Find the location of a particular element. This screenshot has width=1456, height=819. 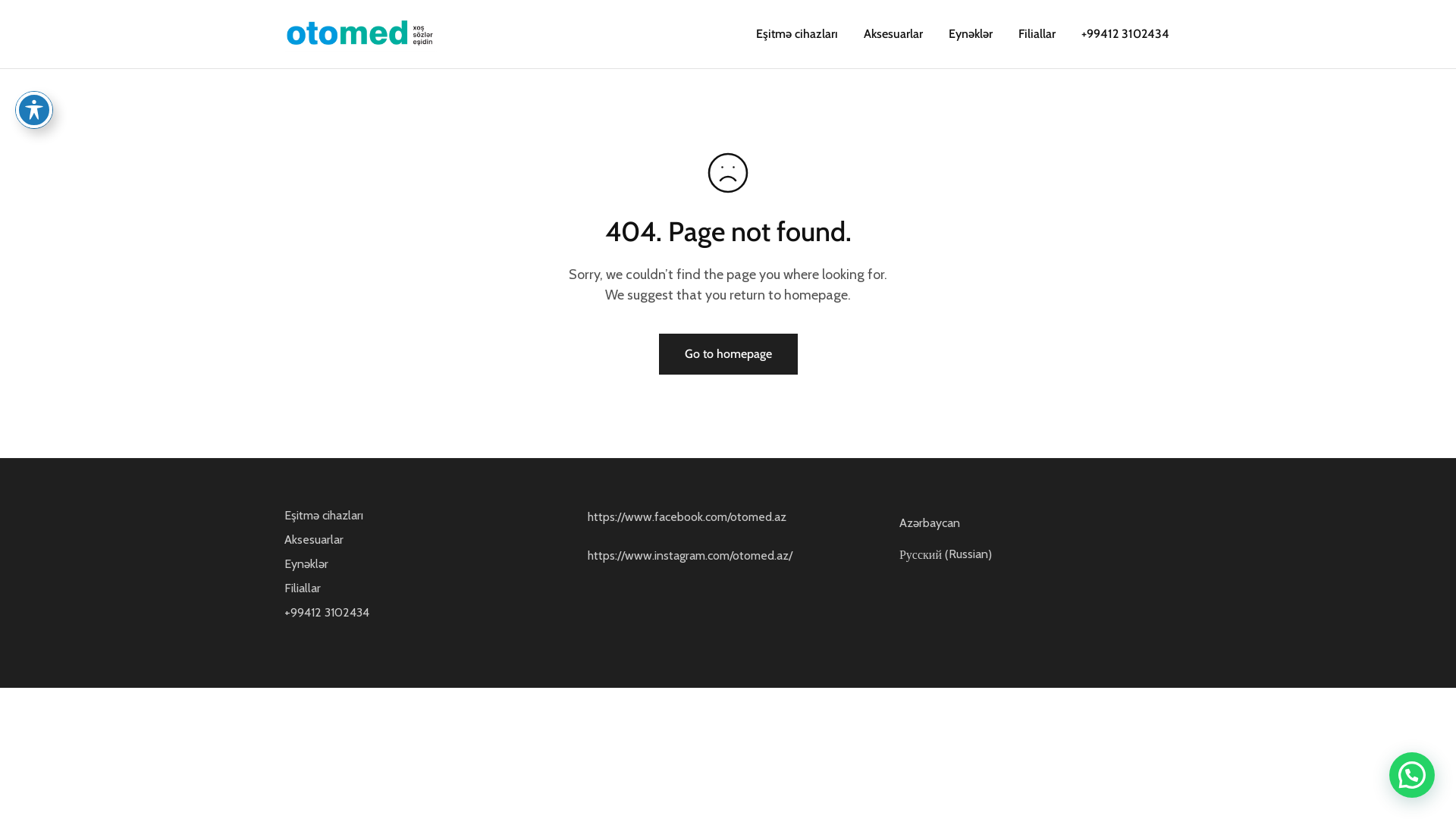

'https://www.facebook.com/otomed.az' is located at coordinates (686, 516).